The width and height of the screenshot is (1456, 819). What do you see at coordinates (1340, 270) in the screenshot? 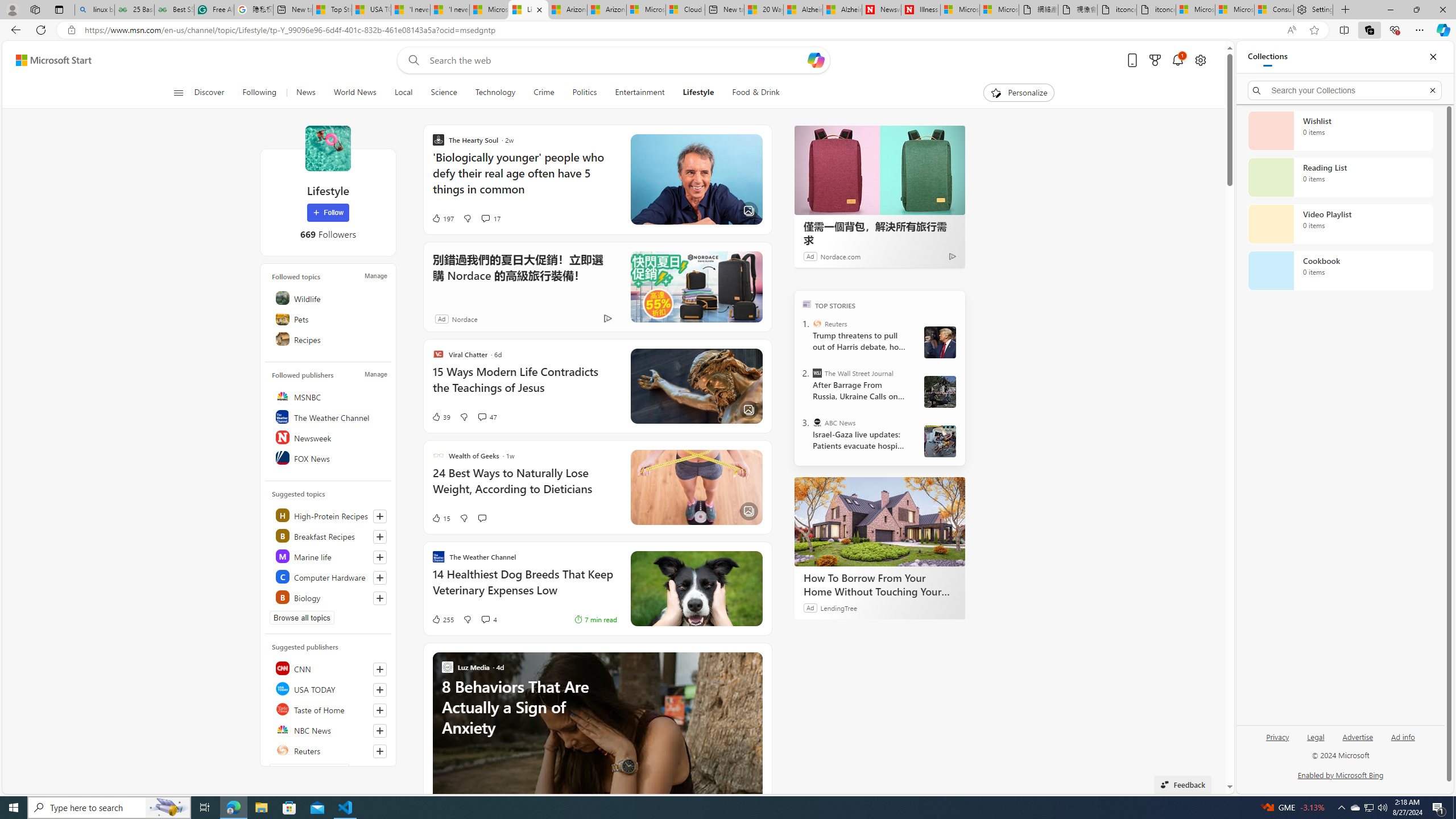
I see `'Cookbook collection, 0 items'` at bounding box center [1340, 270].